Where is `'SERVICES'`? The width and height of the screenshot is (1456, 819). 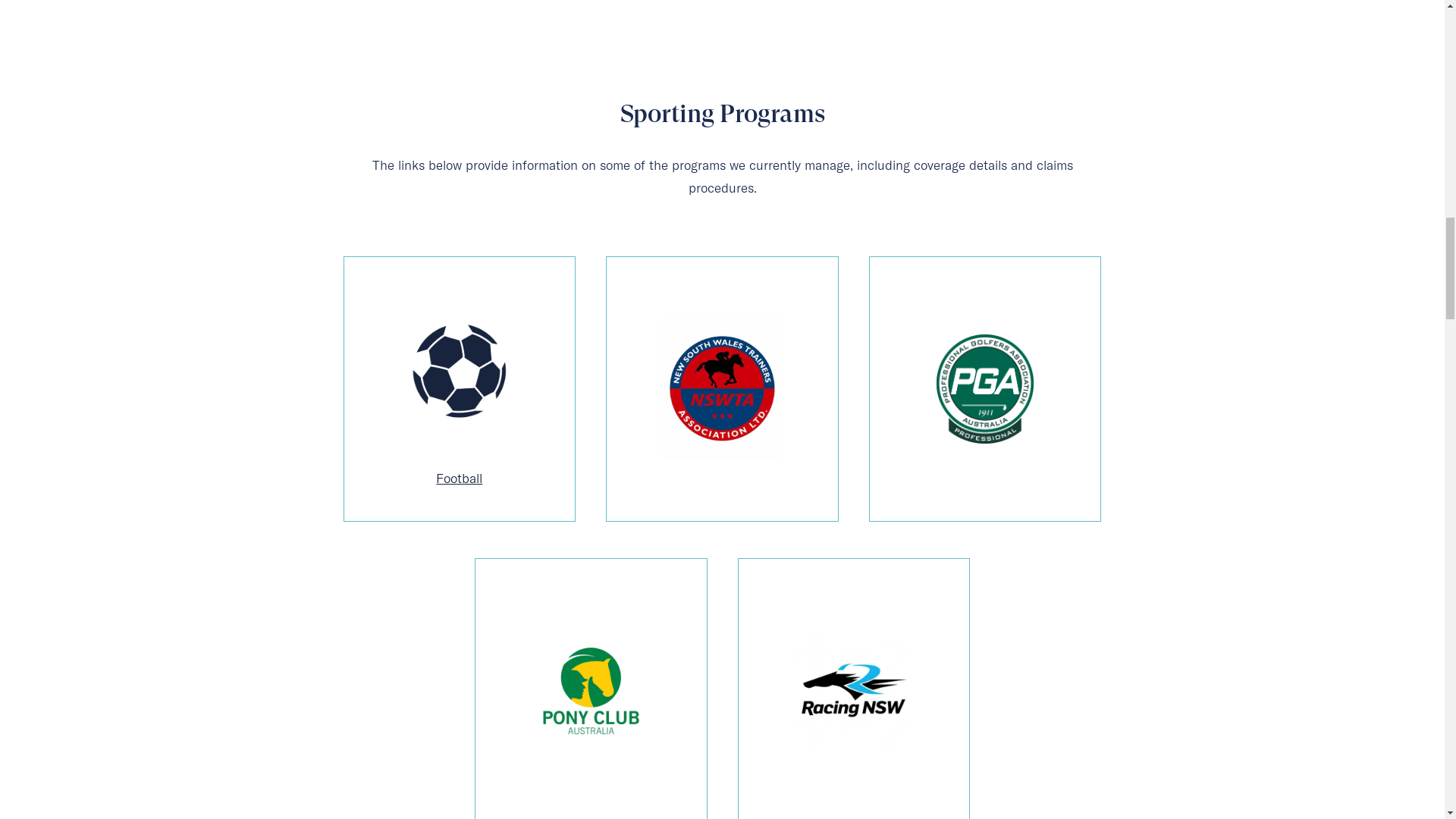 'SERVICES' is located at coordinates (719, 32).